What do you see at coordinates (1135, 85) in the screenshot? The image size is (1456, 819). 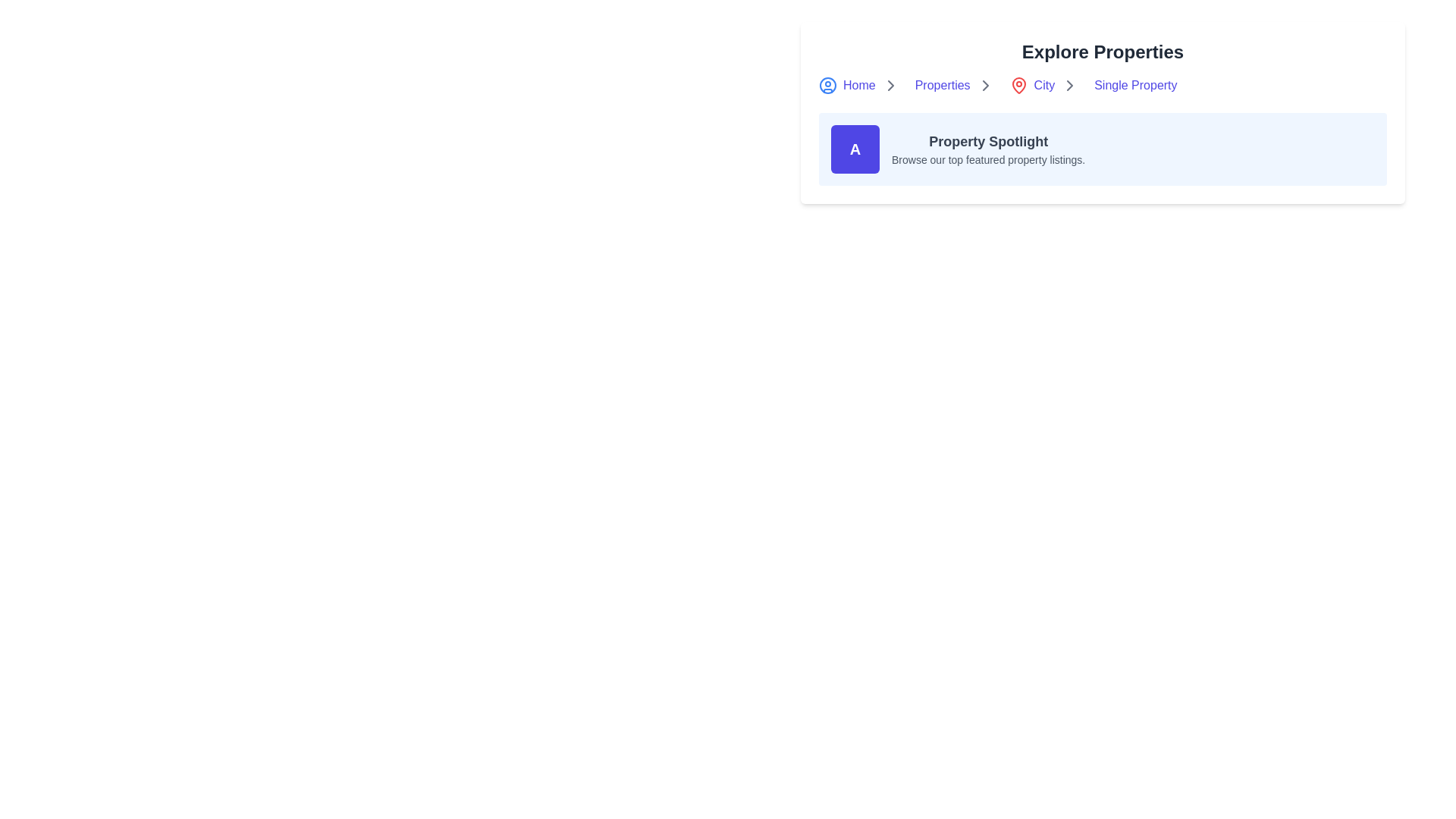 I see `the 'Single Property' breadcrumb item label` at bounding box center [1135, 85].